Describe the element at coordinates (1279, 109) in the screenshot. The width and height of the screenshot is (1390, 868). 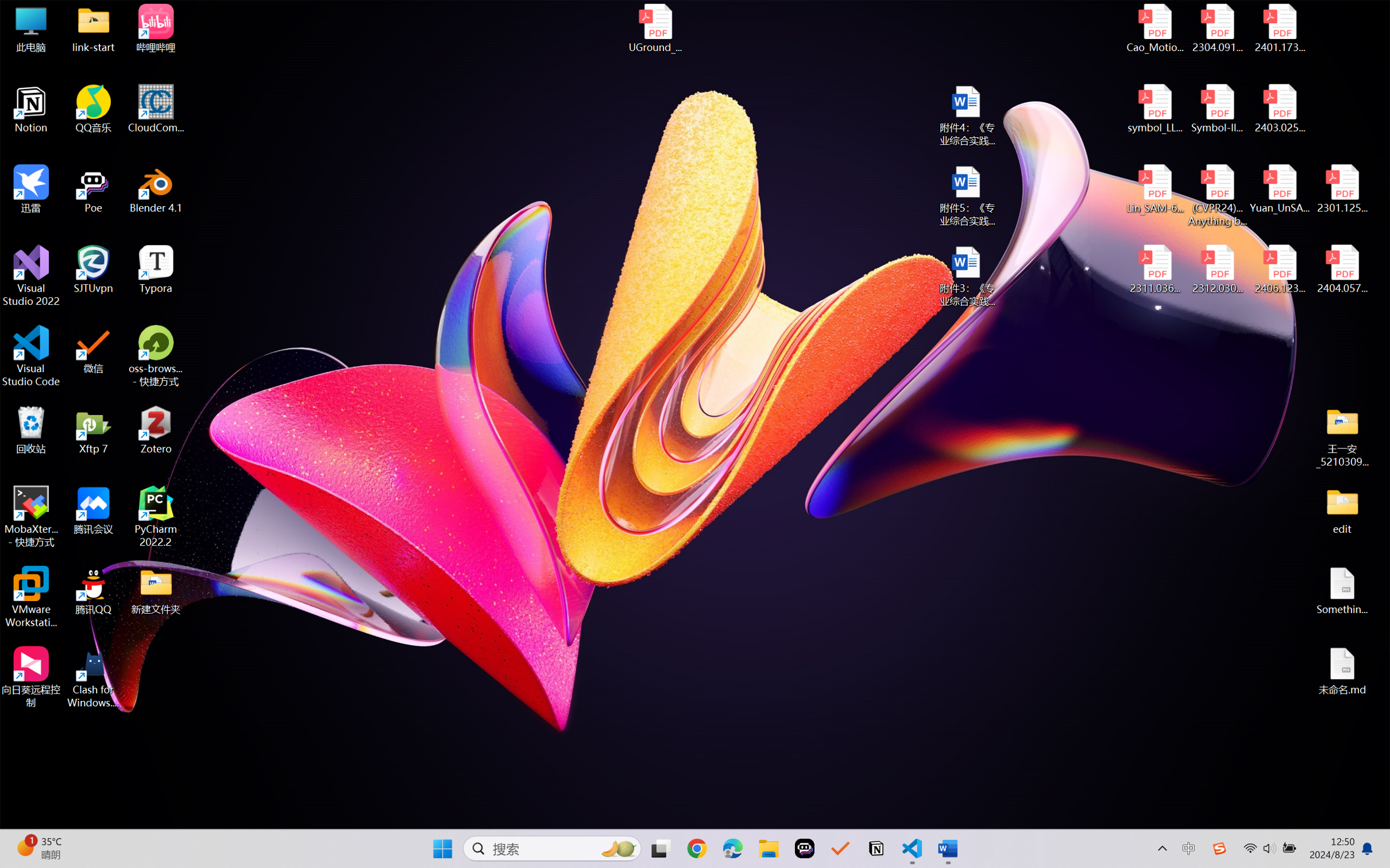
I see `'2403.02502v1.pdf'` at that location.